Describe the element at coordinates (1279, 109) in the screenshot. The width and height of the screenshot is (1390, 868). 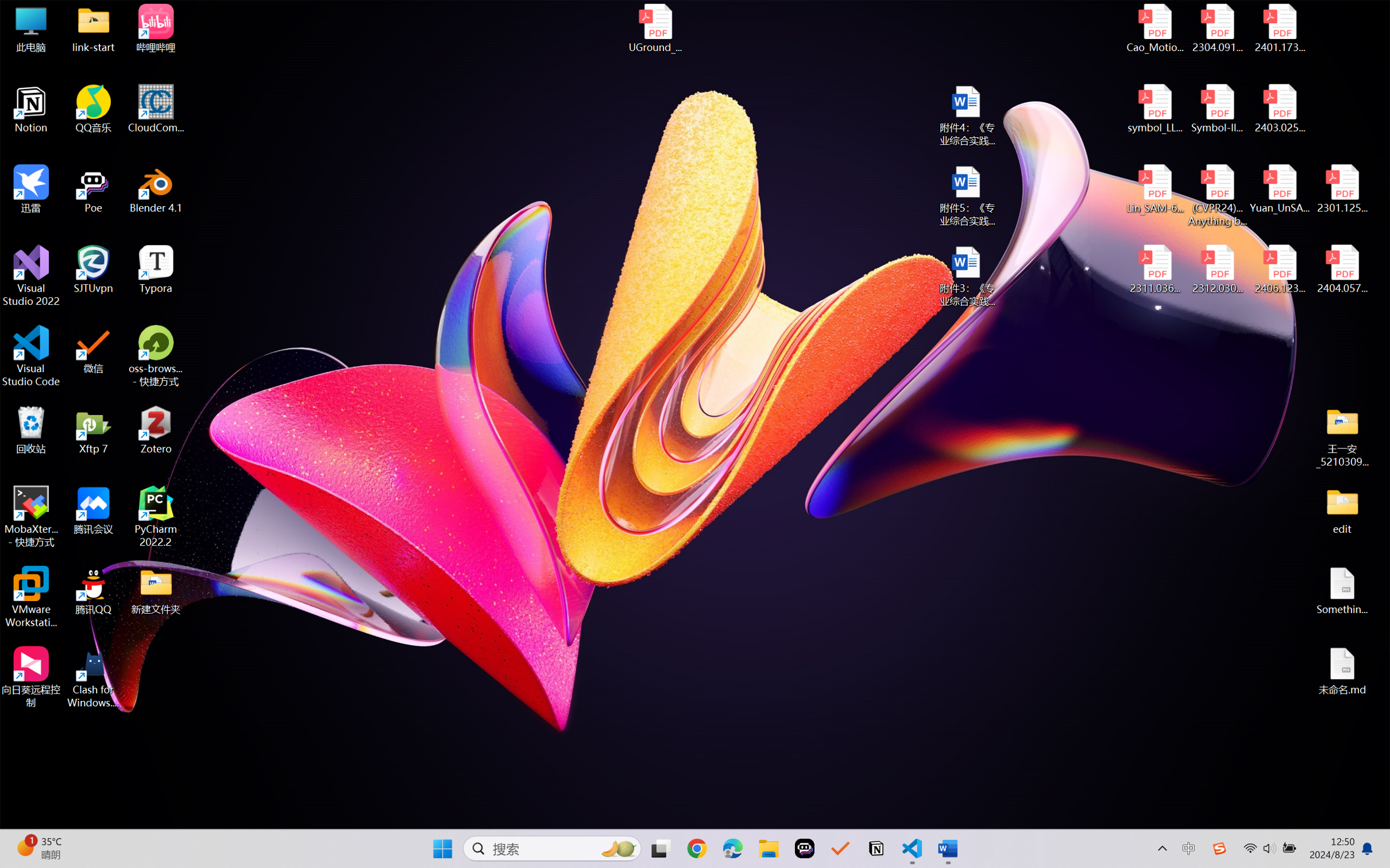
I see `'2403.02502v1.pdf'` at that location.